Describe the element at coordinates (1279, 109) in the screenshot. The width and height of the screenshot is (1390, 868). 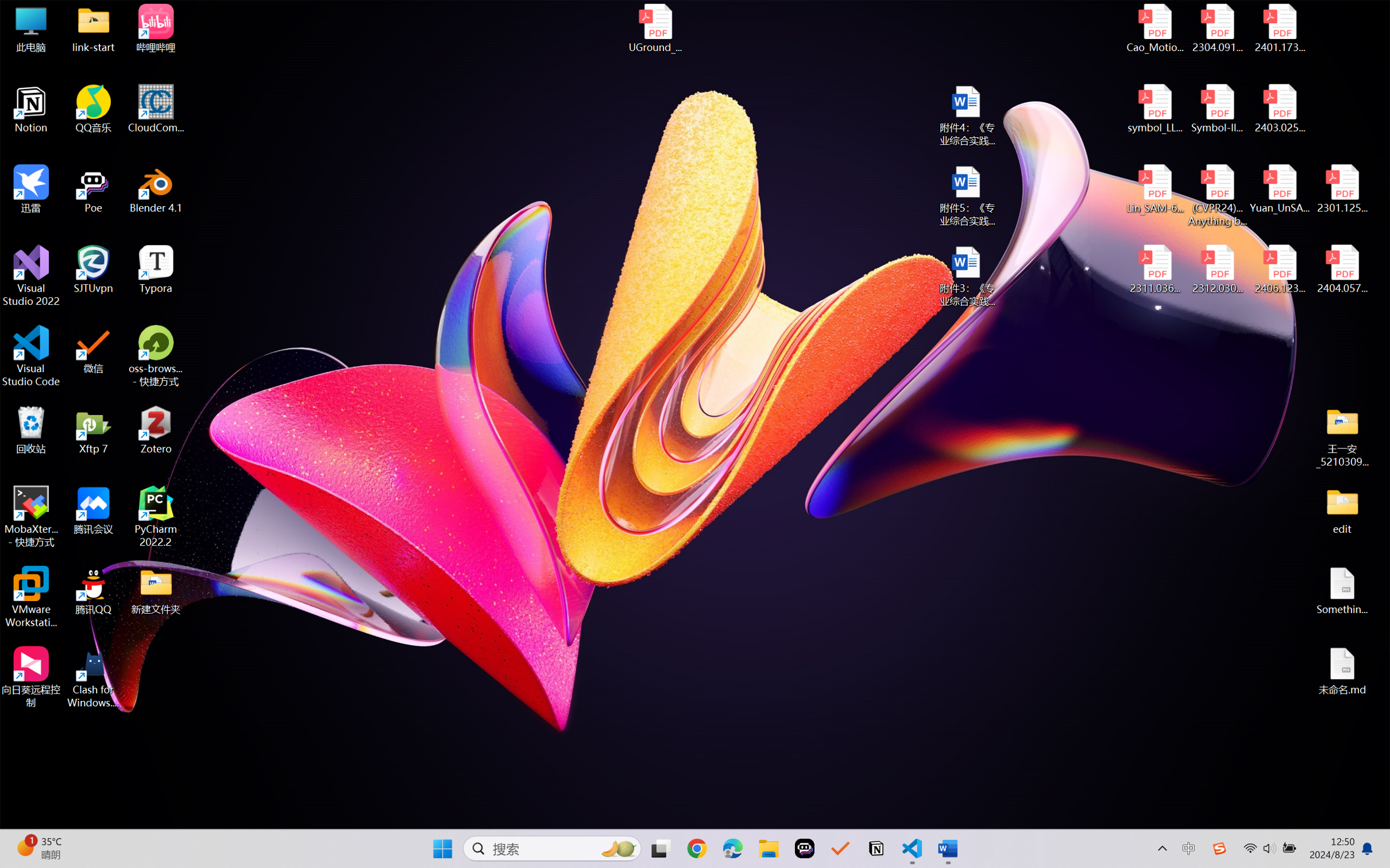
I see `'2403.02502v1.pdf'` at that location.